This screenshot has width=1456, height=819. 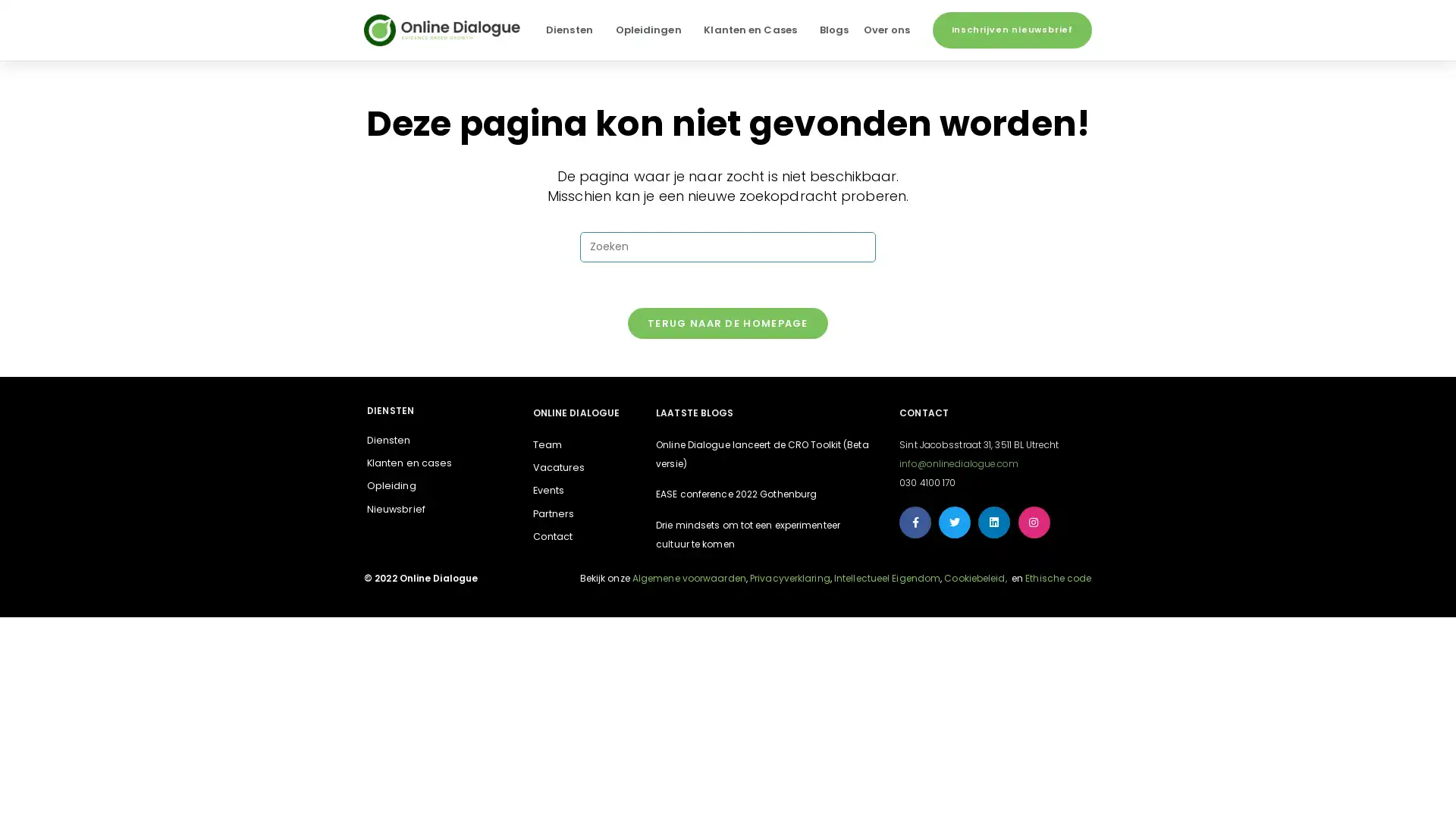 What do you see at coordinates (1012, 30) in the screenshot?
I see `Inschrijven nieuwsbrief` at bounding box center [1012, 30].